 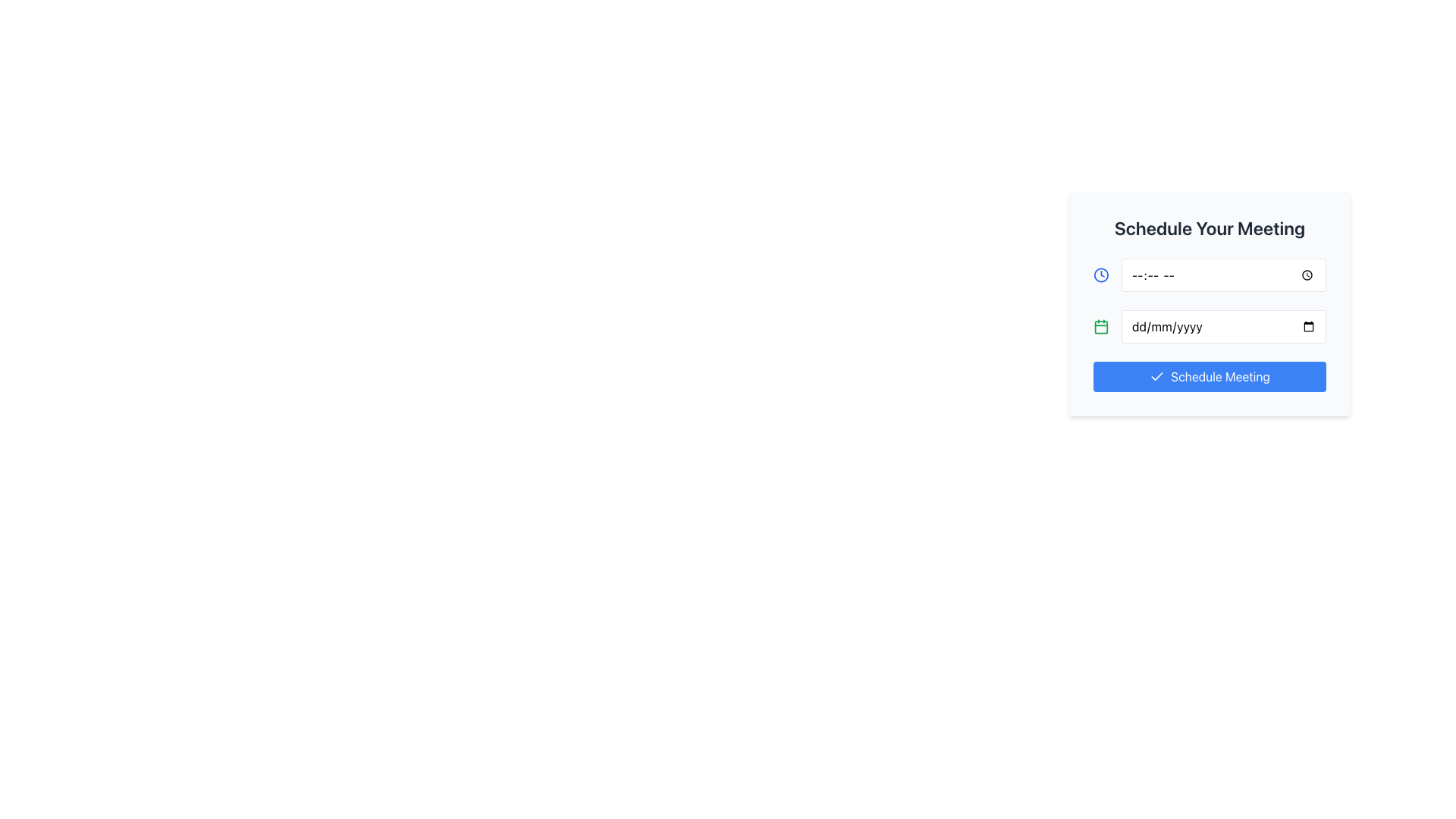 What do you see at coordinates (1209, 376) in the screenshot?
I see `the rectangular button with a blue background and white text reading 'Schedule Meeting', located within the 'Schedule Your Meeting' section` at bounding box center [1209, 376].